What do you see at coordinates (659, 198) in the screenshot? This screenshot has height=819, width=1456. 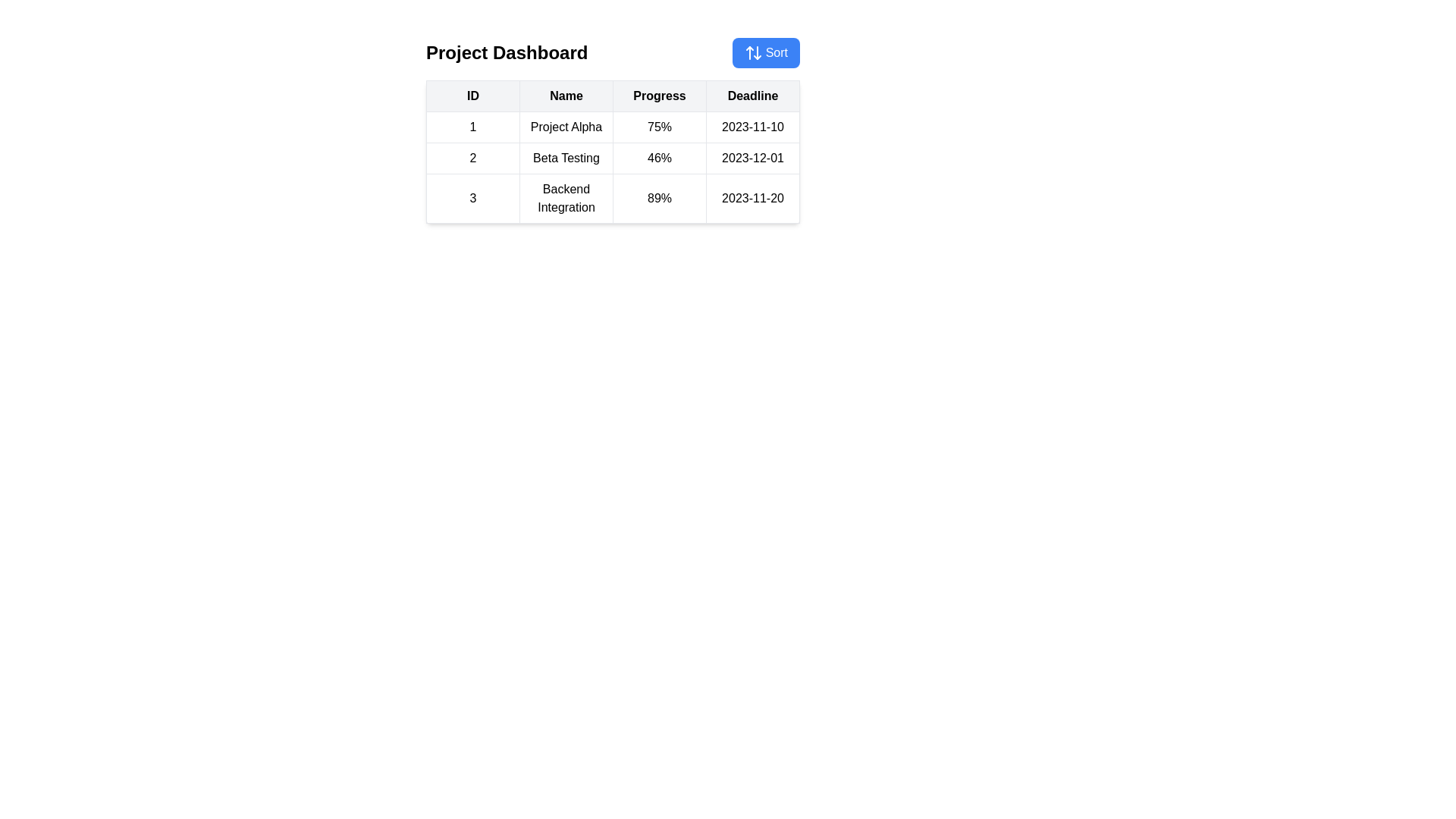 I see `the progress percentage text label located in the third row and third column of the dashboard table` at bounding box center [659, 198].